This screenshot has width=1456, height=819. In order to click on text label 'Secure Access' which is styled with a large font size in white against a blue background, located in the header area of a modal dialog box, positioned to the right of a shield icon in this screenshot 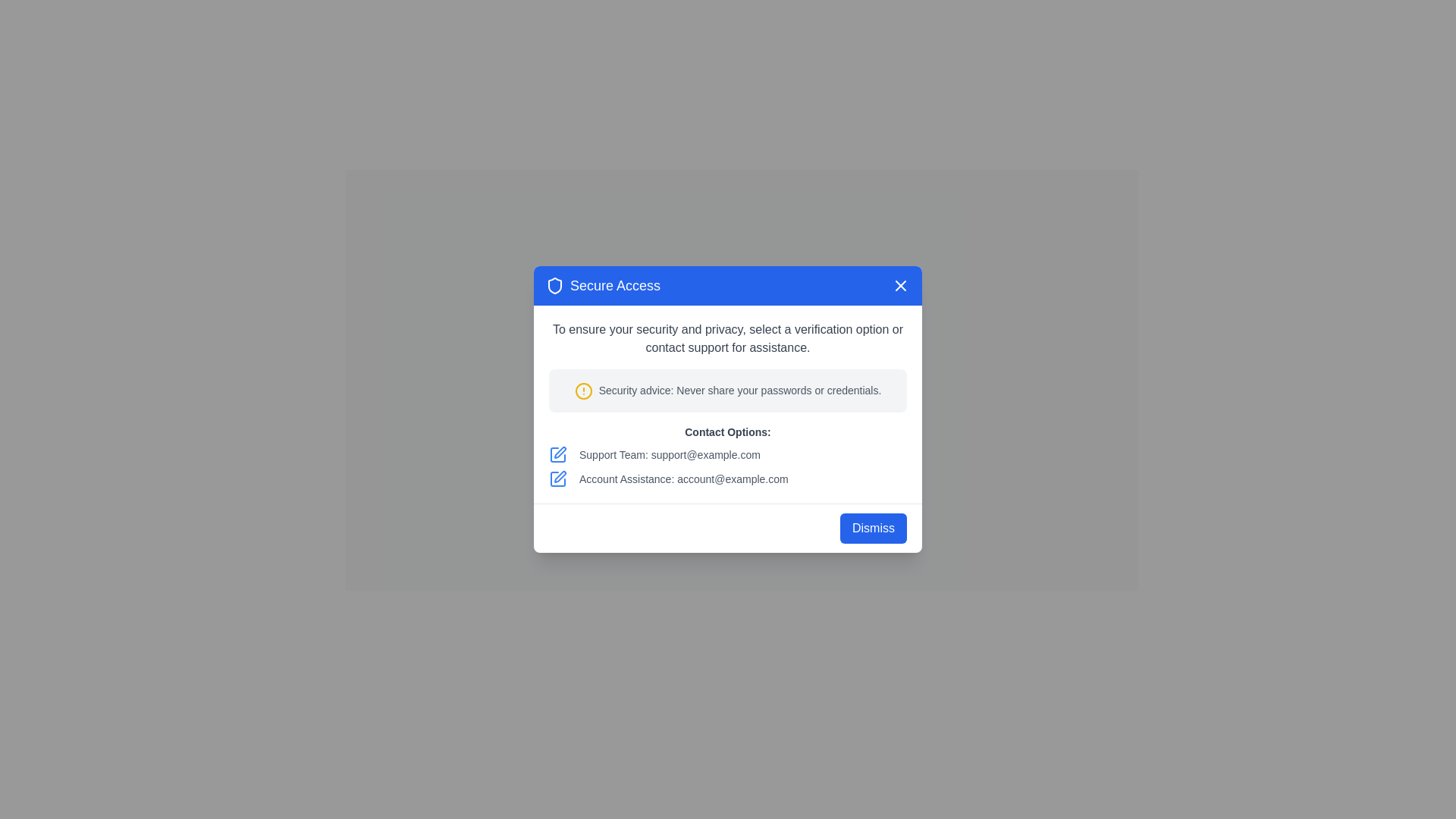, I will do `click(615, 286)`.